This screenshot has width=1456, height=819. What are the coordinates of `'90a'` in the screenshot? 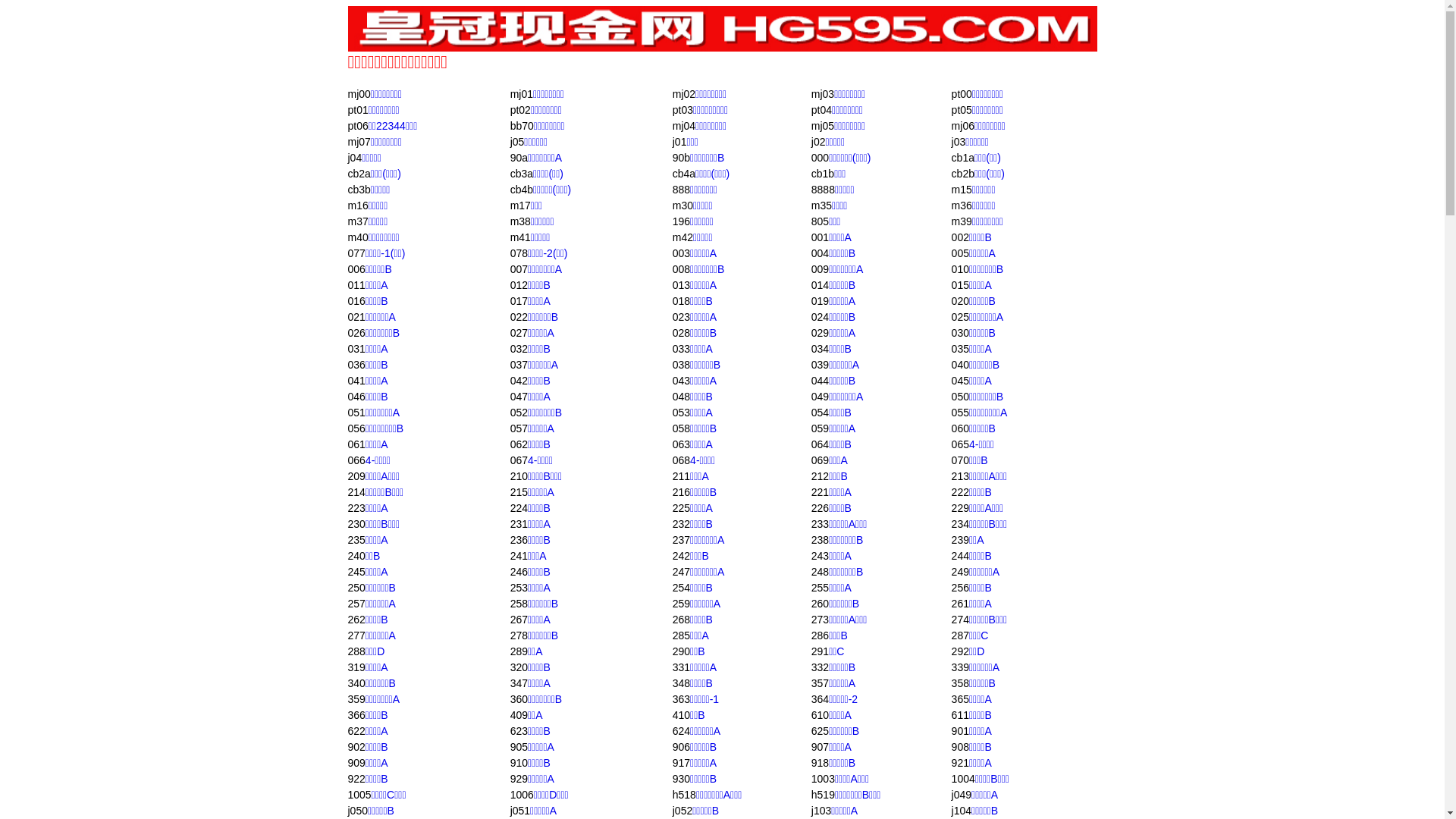 It's located at (519, 158).